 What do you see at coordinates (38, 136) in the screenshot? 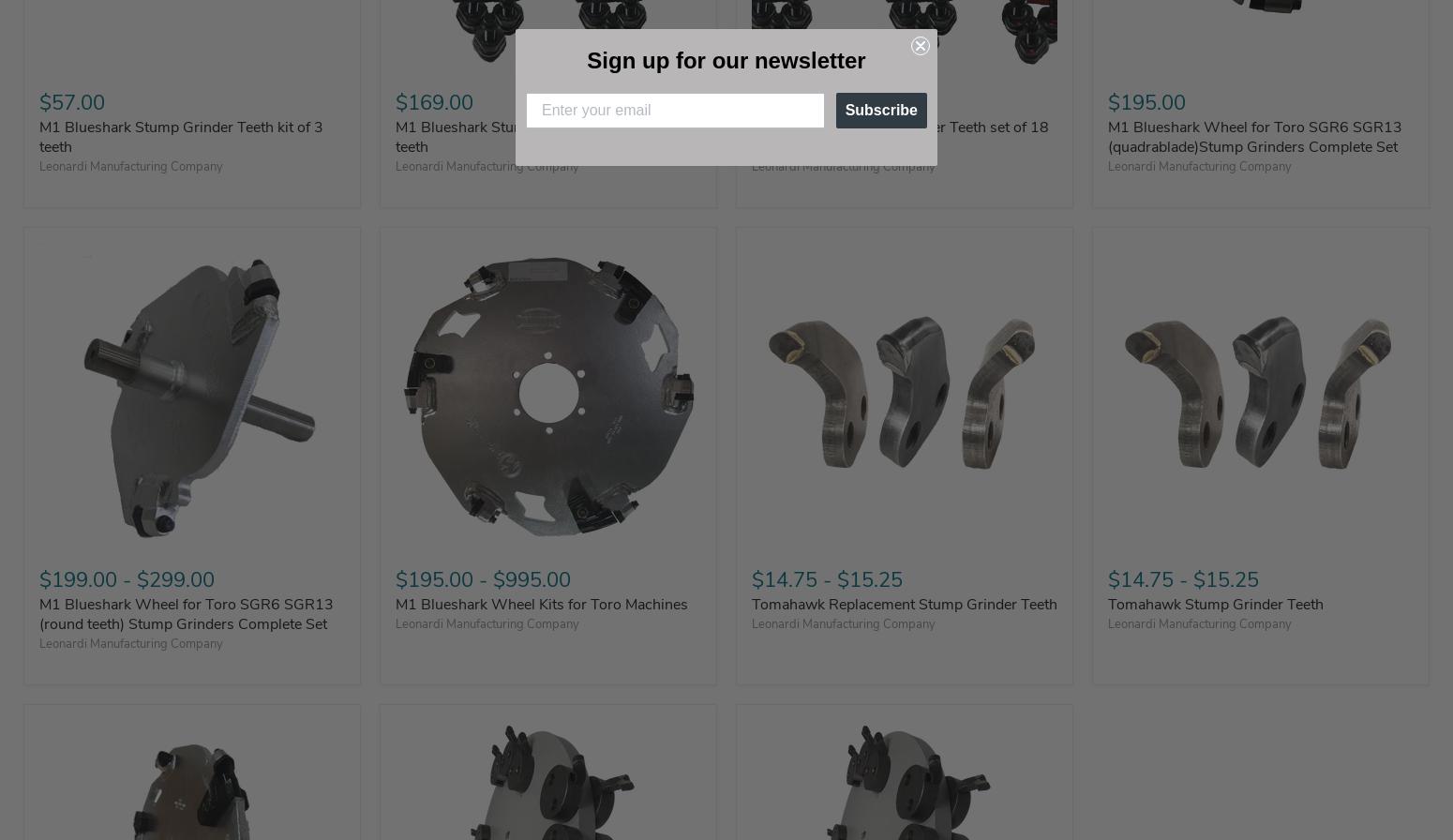
I see `'M1 Blueshark Stump Grinder Teeth kit of 3 teeth'` at bounding box center [38, 136].